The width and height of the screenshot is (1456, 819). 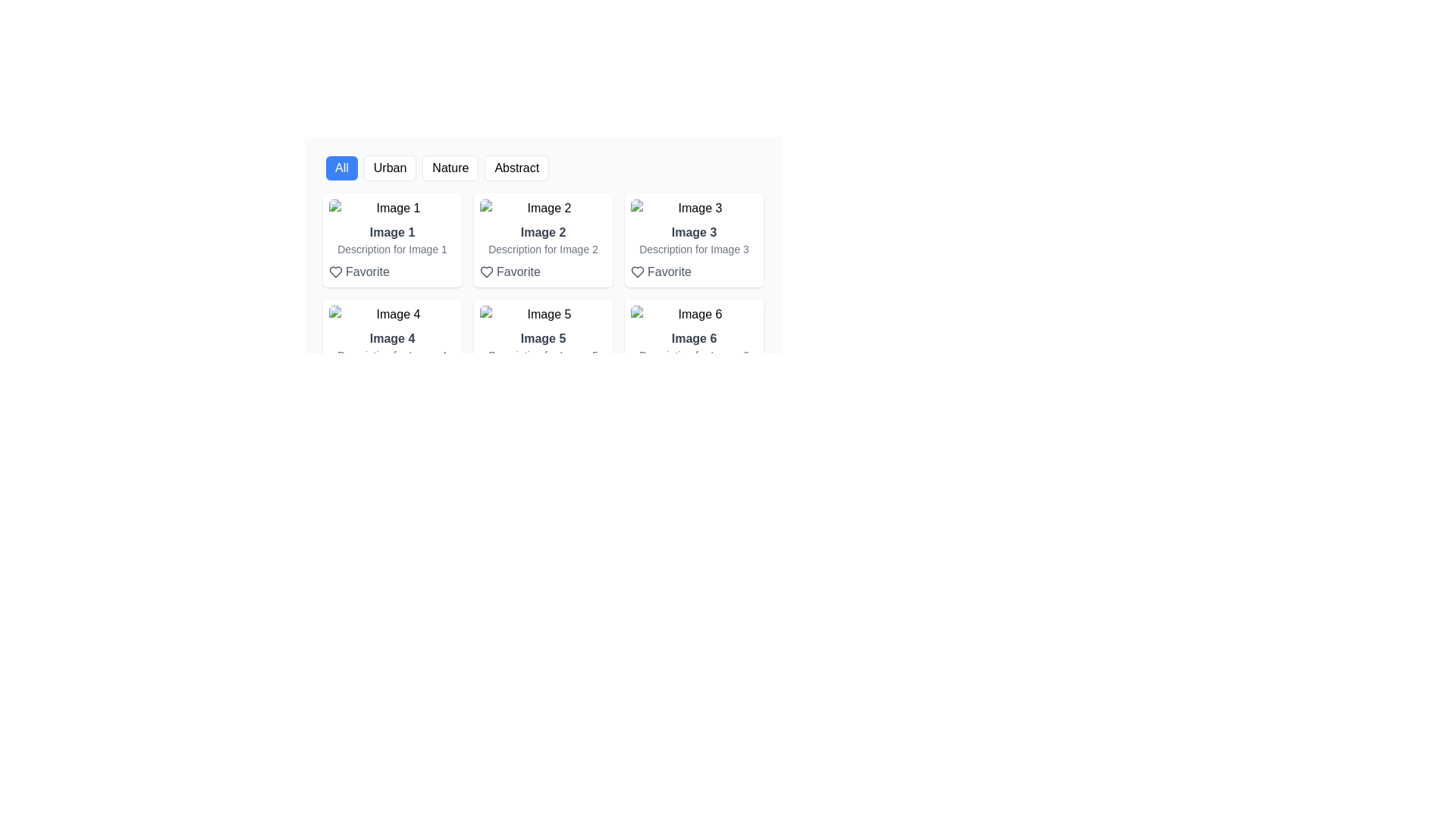 What do you see at coordinates (390, 168) in the screenshot?
I see `the 'Urban' category filter button, which is the second button in a horizontal row of four buttons at the top of the interface` at bounding box center [390, 168].